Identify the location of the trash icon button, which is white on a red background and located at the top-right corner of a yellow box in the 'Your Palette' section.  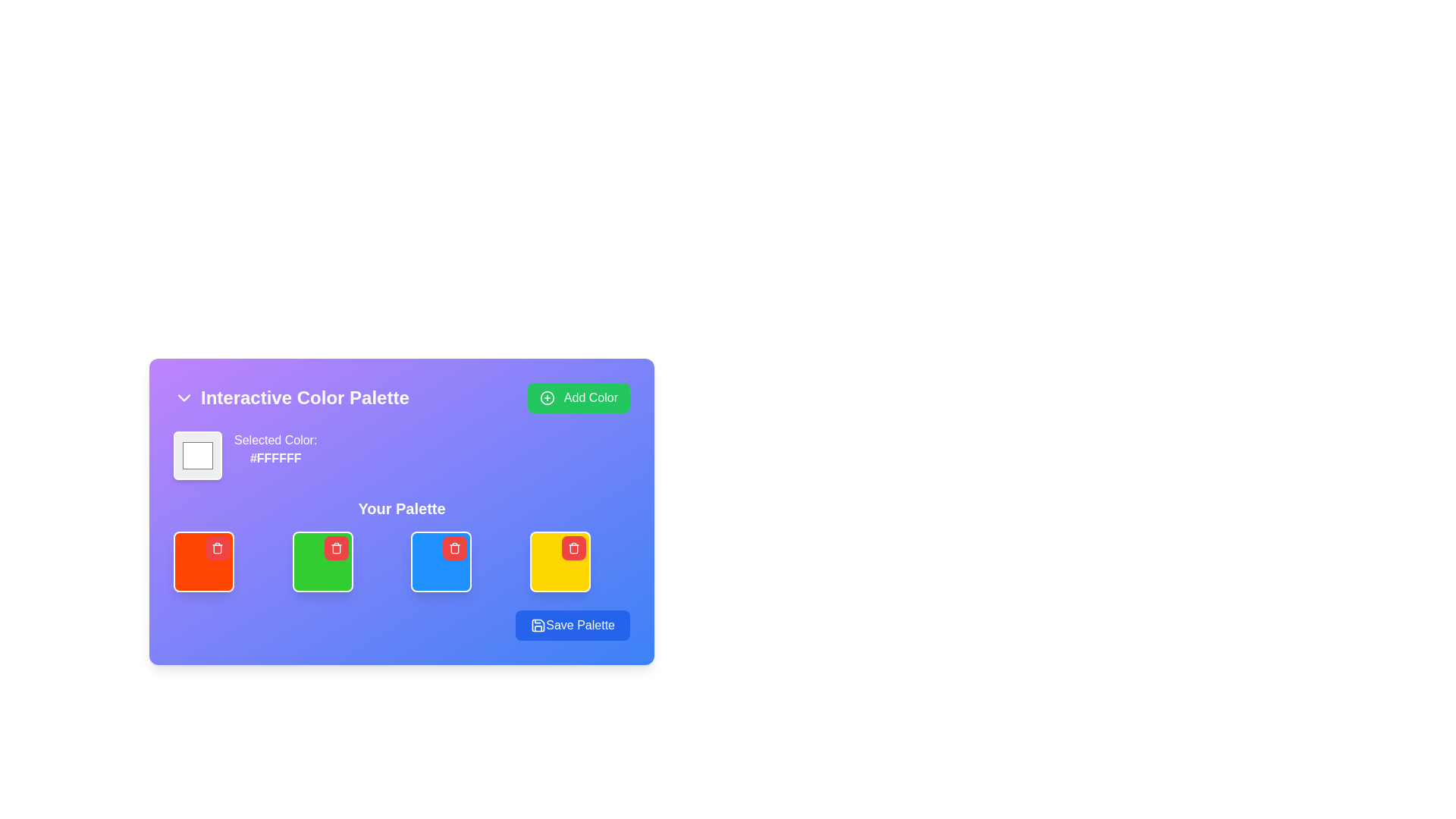
(573, 548).